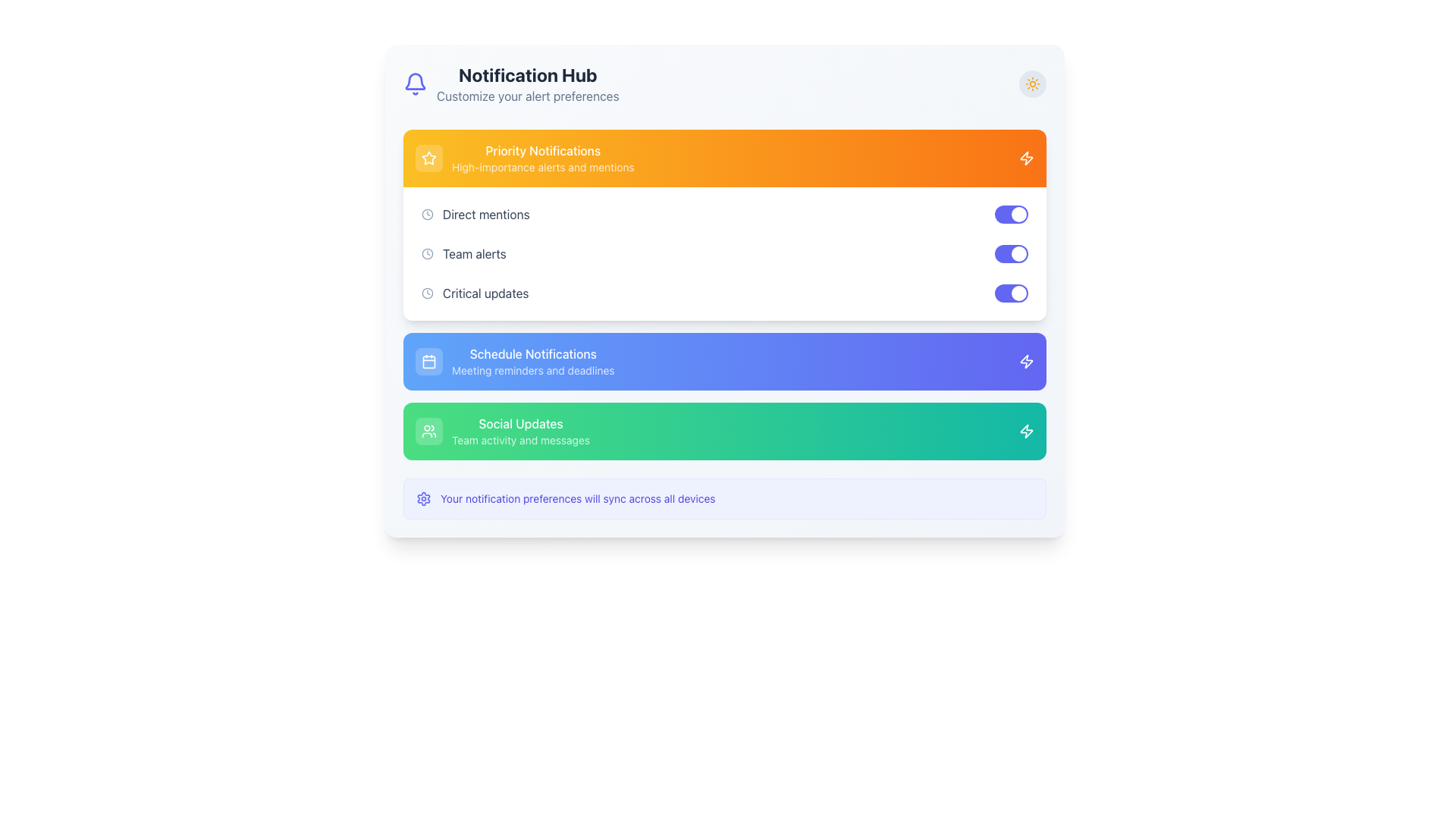 The image size is (1456, 819). I want to click on the 'Priority Notifications' text area, which is located on an orange background above the notification categories and below the 'Notification Hub' section, so click(543, 158).